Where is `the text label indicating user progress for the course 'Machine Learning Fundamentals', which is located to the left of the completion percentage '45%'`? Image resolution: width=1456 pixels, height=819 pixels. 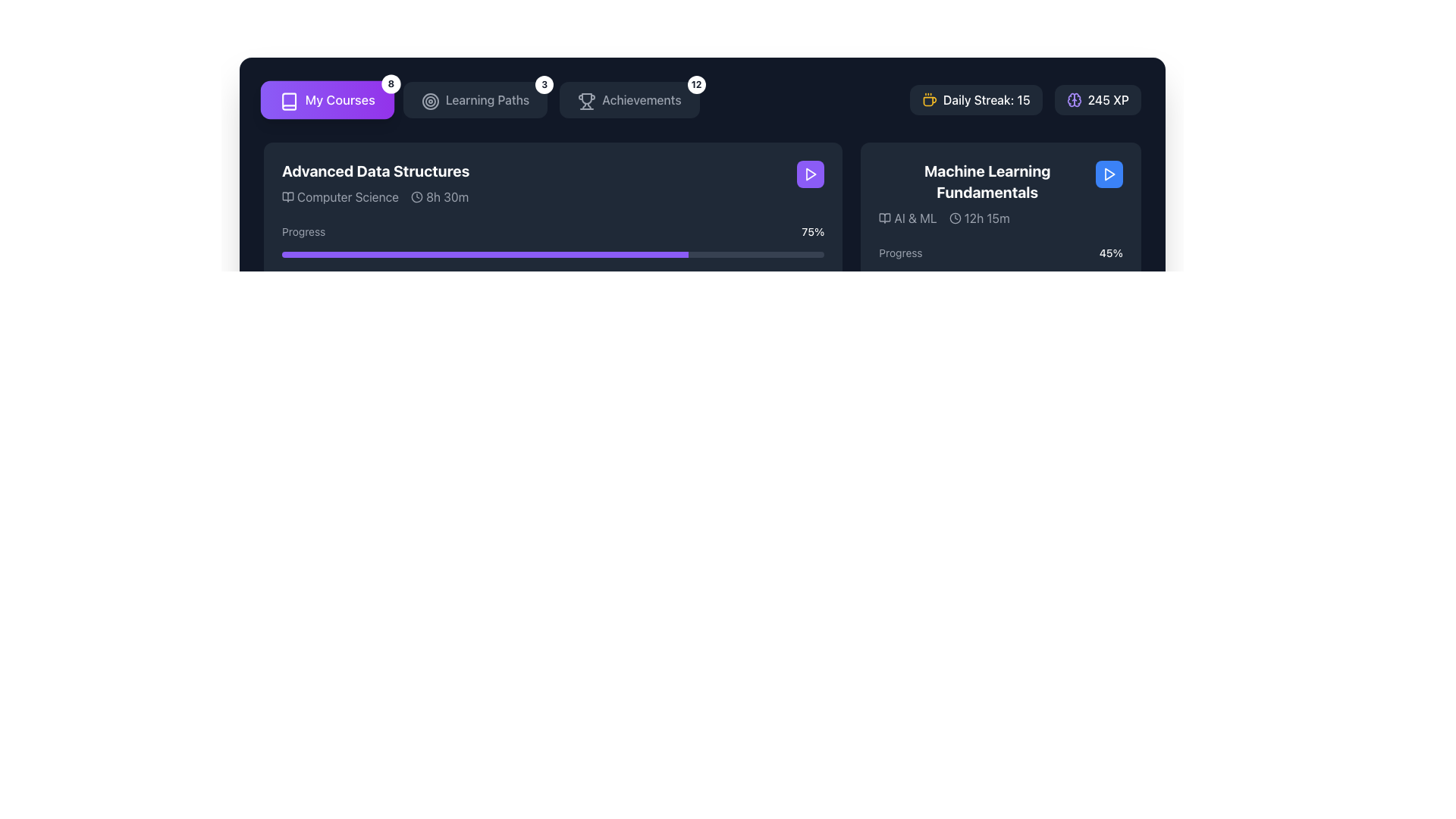
the text label indicating user progress for the course 'Machine Learning Fundamentals', which is located to the left of the completion percentage '45%' is located at coordinates (900, 253).